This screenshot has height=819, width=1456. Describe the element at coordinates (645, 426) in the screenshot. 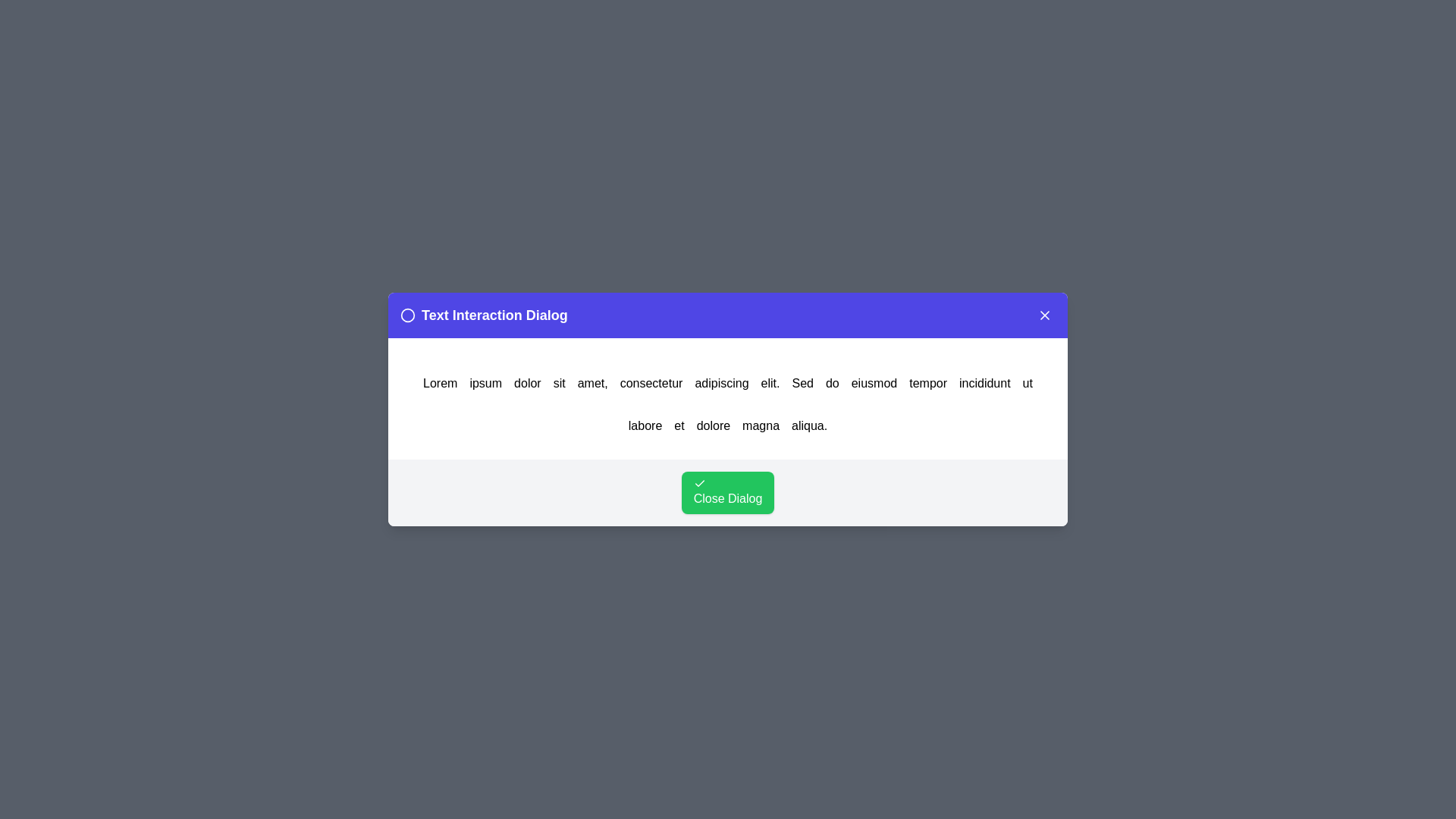

I see `the word labore in the text to trigger an alert displaying the clicked word` at that location.